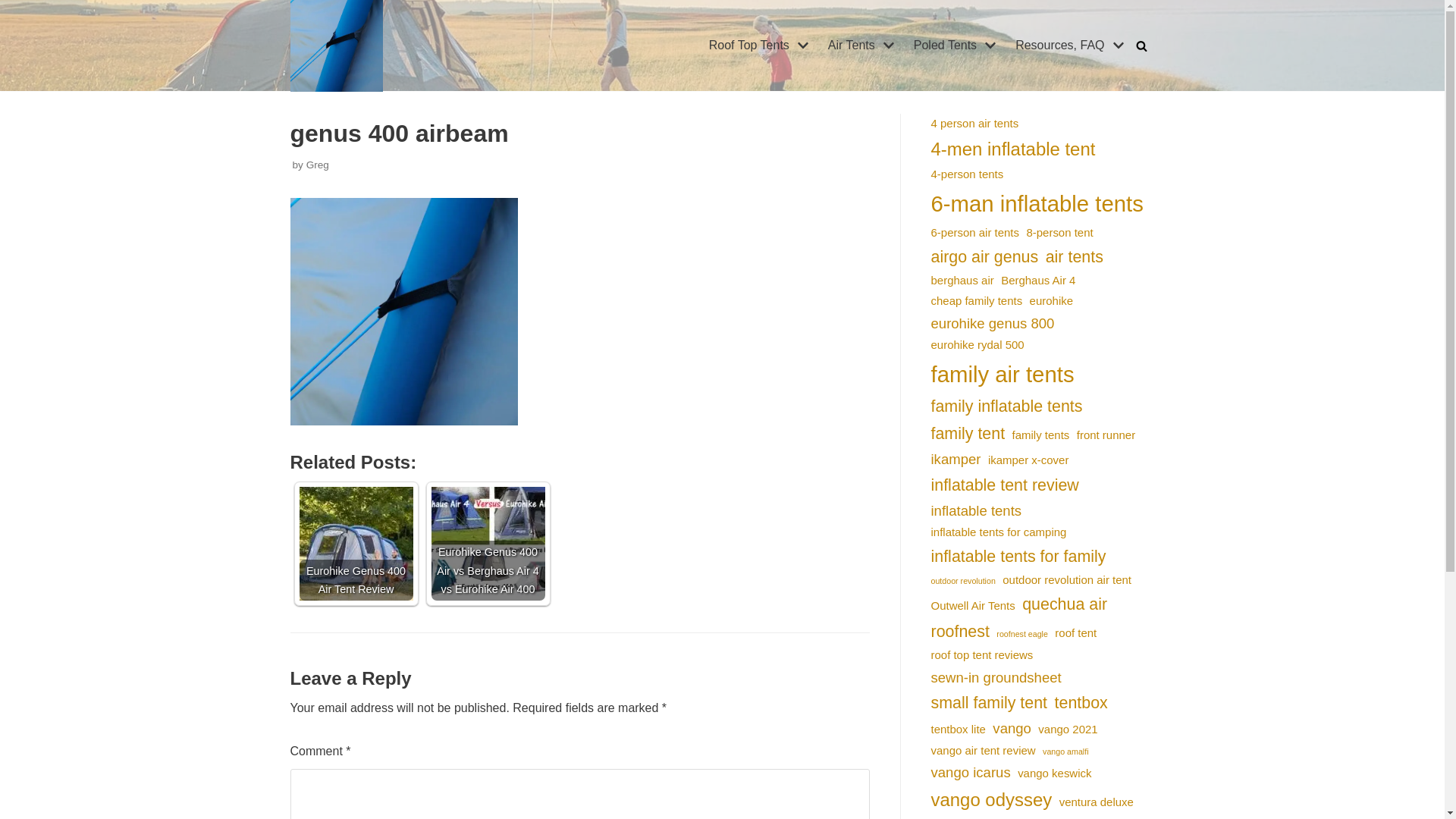 Image resolution: width=1456 pixels, height=819 pixels. Describe the element at coordinates (930, 749) in the screenshot. I see `'vango air tent review'` at that location.